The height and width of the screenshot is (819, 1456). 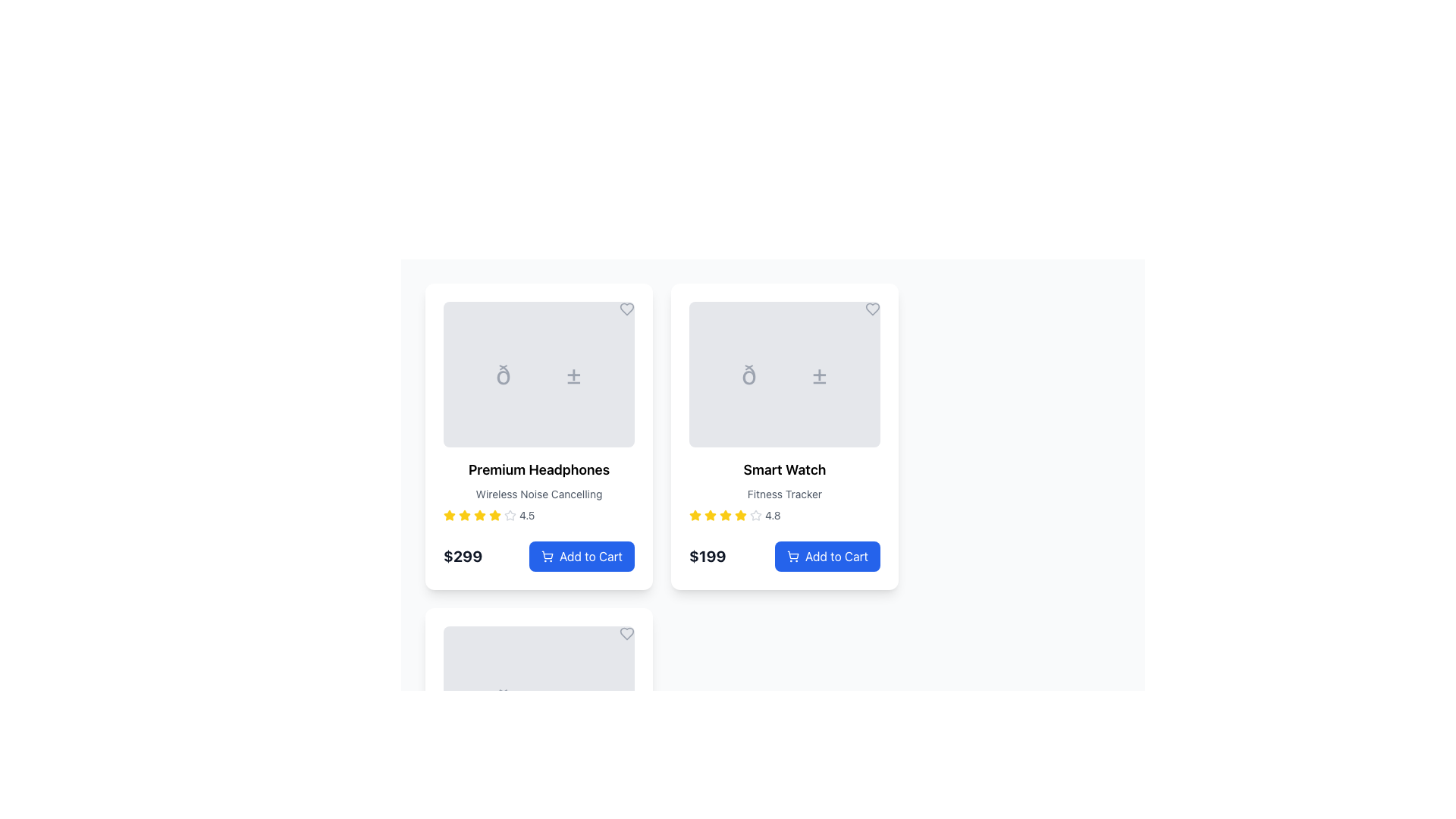 I want to click on the favorite button icon located in the top-right corner of the 'Smart Watch' product card to mark it as a favorite, so click(x=873, y=309).